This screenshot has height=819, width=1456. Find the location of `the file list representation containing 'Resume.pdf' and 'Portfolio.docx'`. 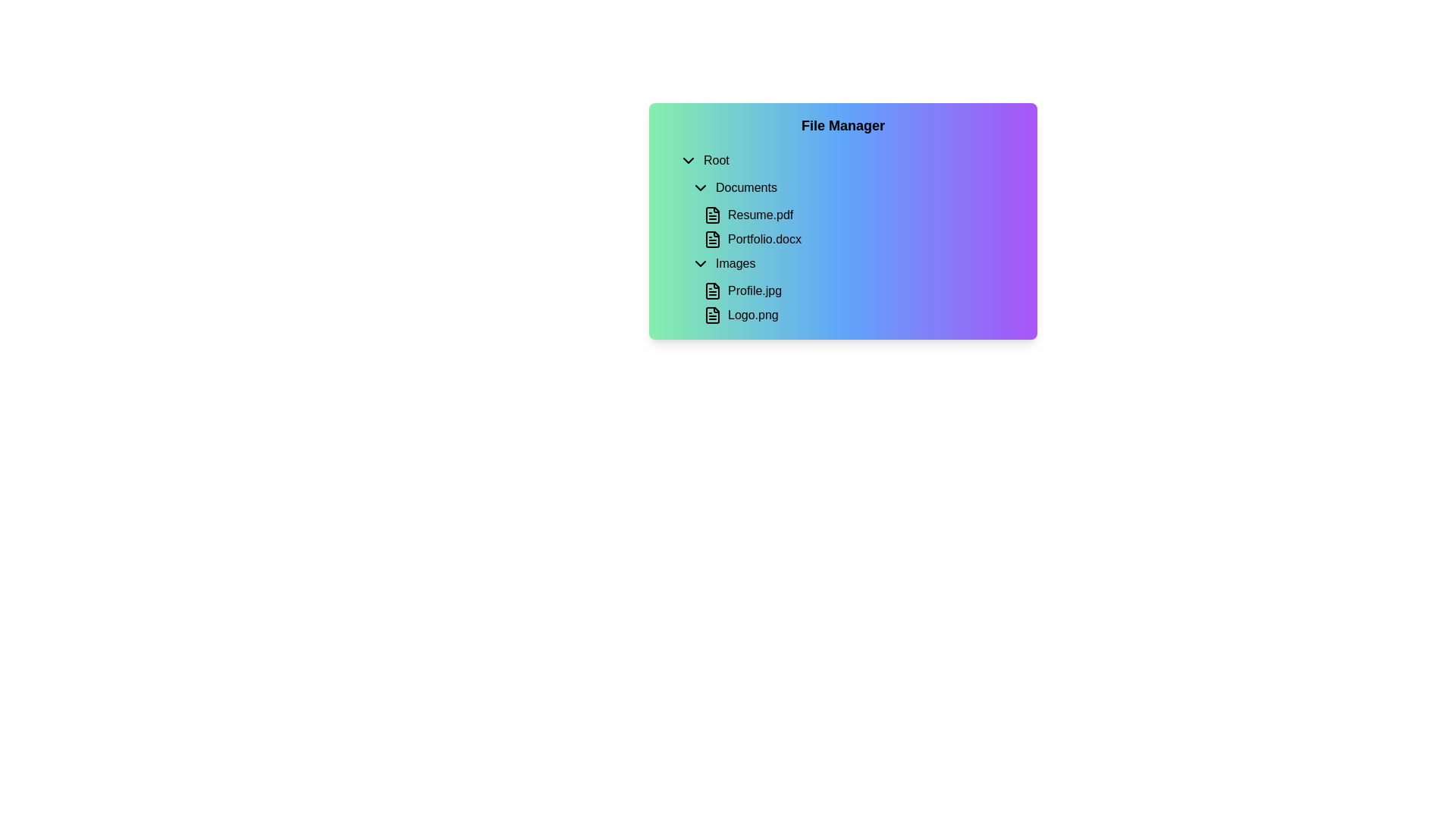

the file list representation containing 'Resume.pdf' and 'Portfolio.docx' is located at coordinates (855, 227).